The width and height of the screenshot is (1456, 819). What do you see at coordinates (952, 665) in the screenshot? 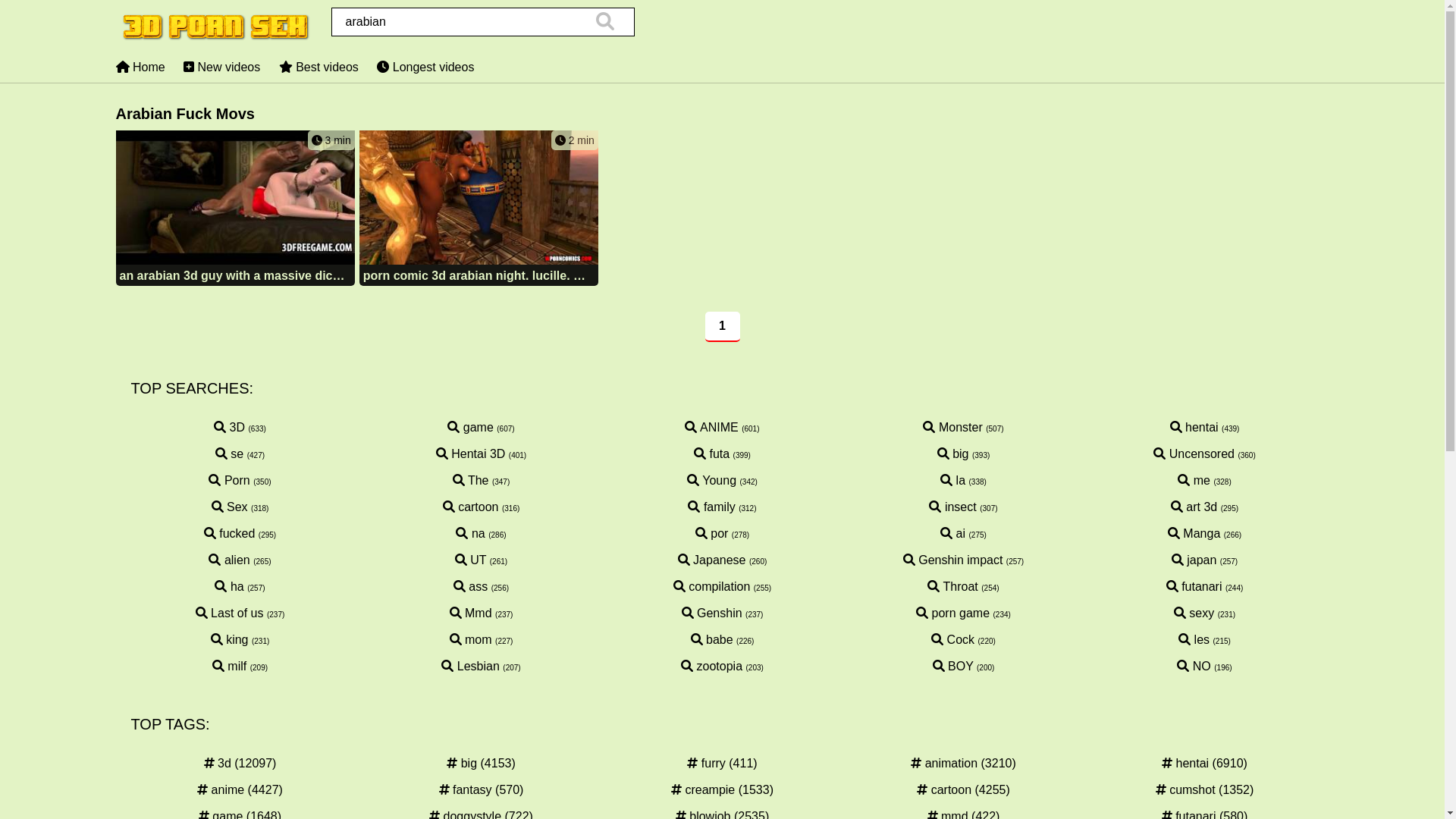
I see `'BOY'` at bounding box center [952, 665].